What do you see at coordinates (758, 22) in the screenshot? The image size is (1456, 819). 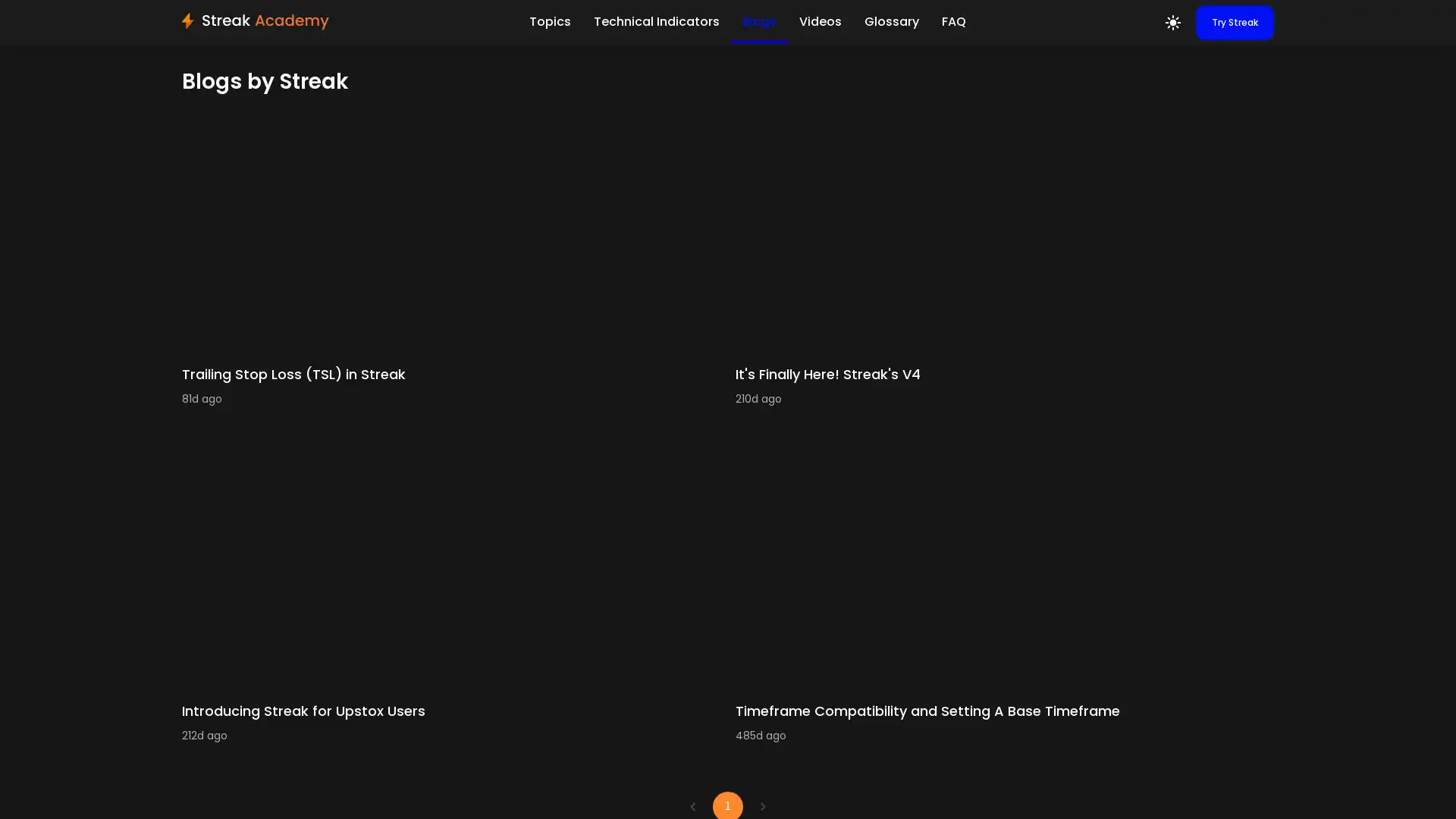 I see `Blogs` at bounding box center [758, 22].